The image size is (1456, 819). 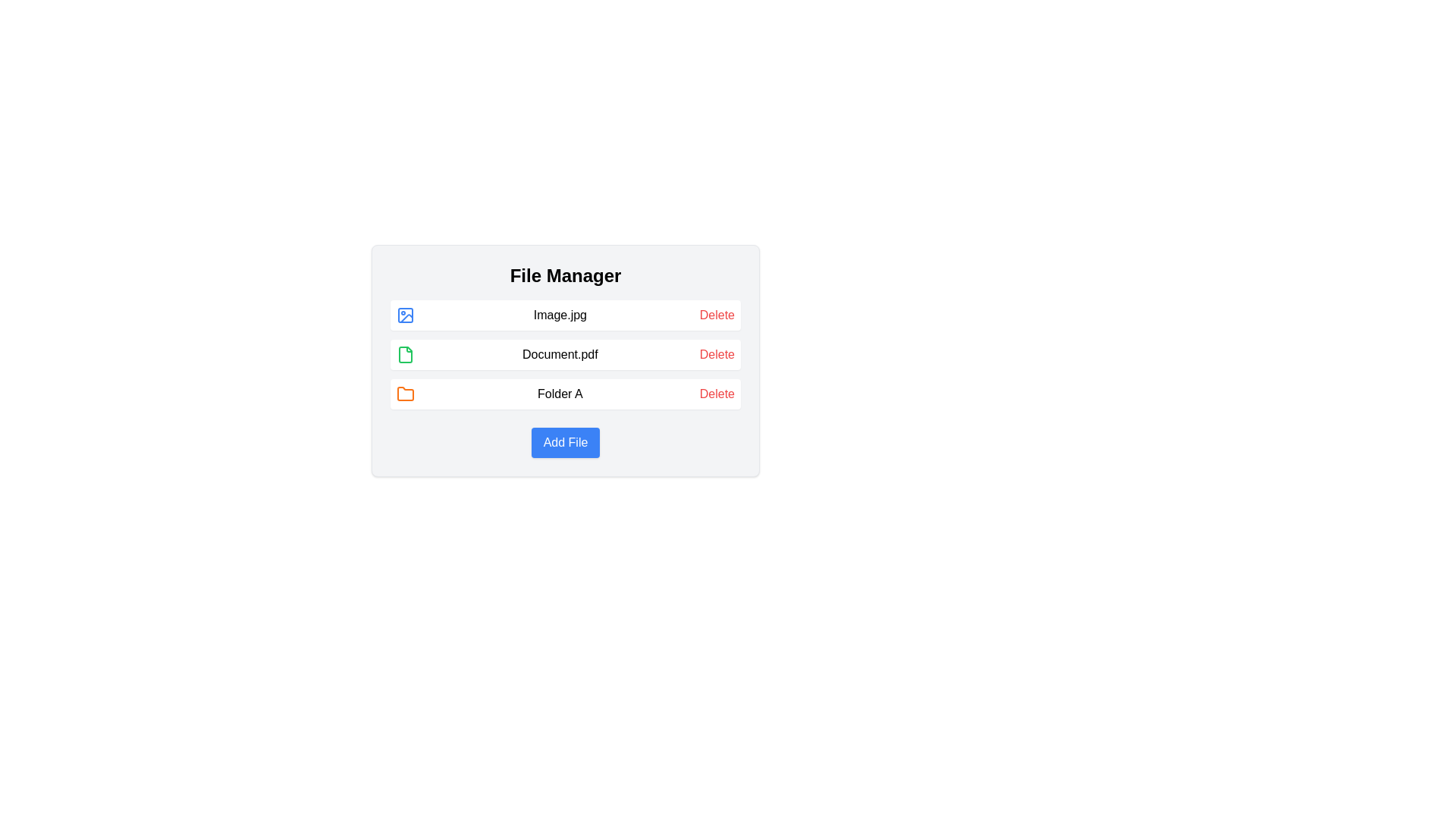 What do you see at coordinates (405, 354) in the screenshot?
I see `the second icon representing a file in the file manager` at bounding box center [405, 354].